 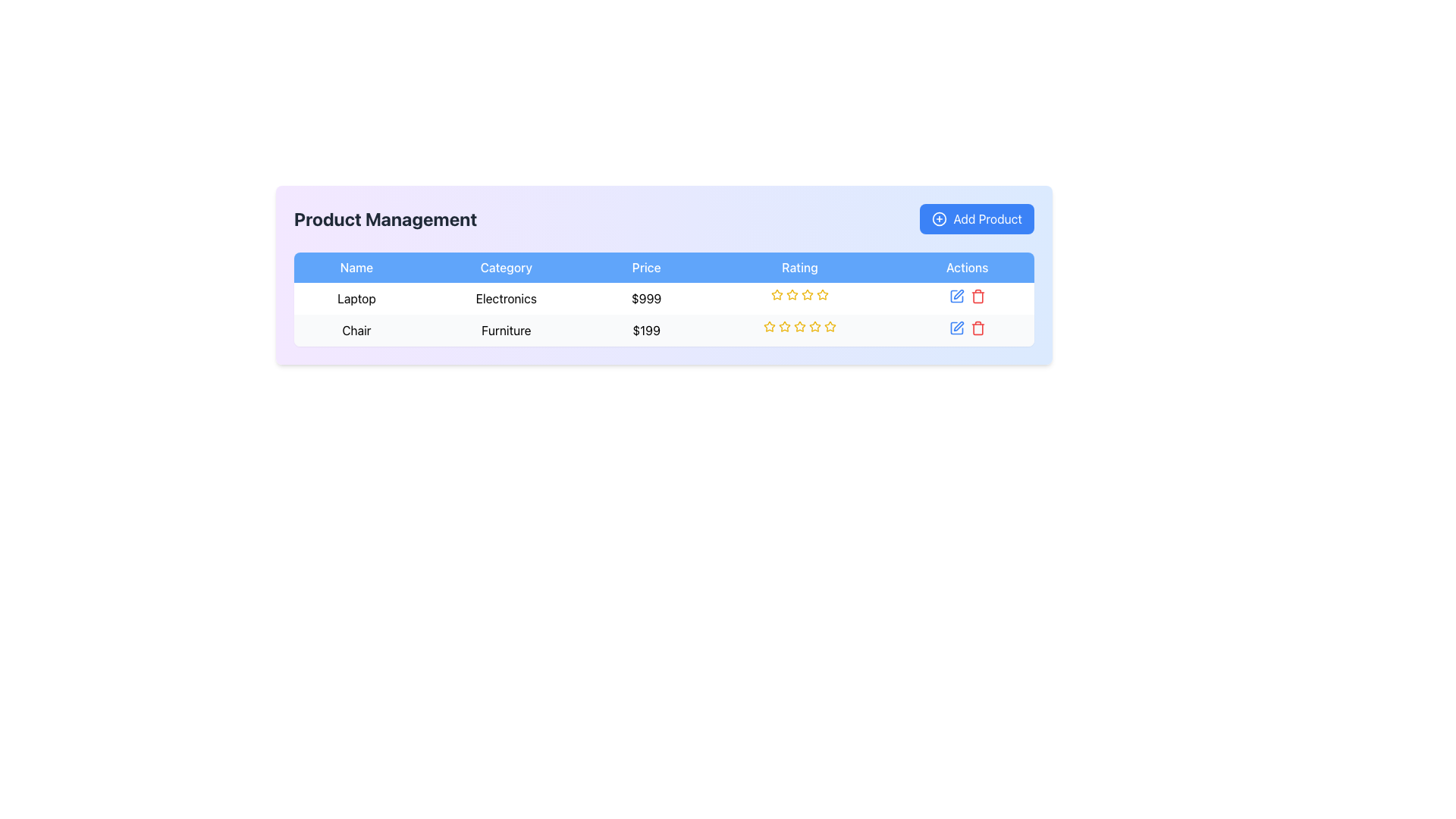 I want to click on the second star in the 5-star rating system located in the 'Rating' column of the second row in the product table, so click(x=785, y=325).